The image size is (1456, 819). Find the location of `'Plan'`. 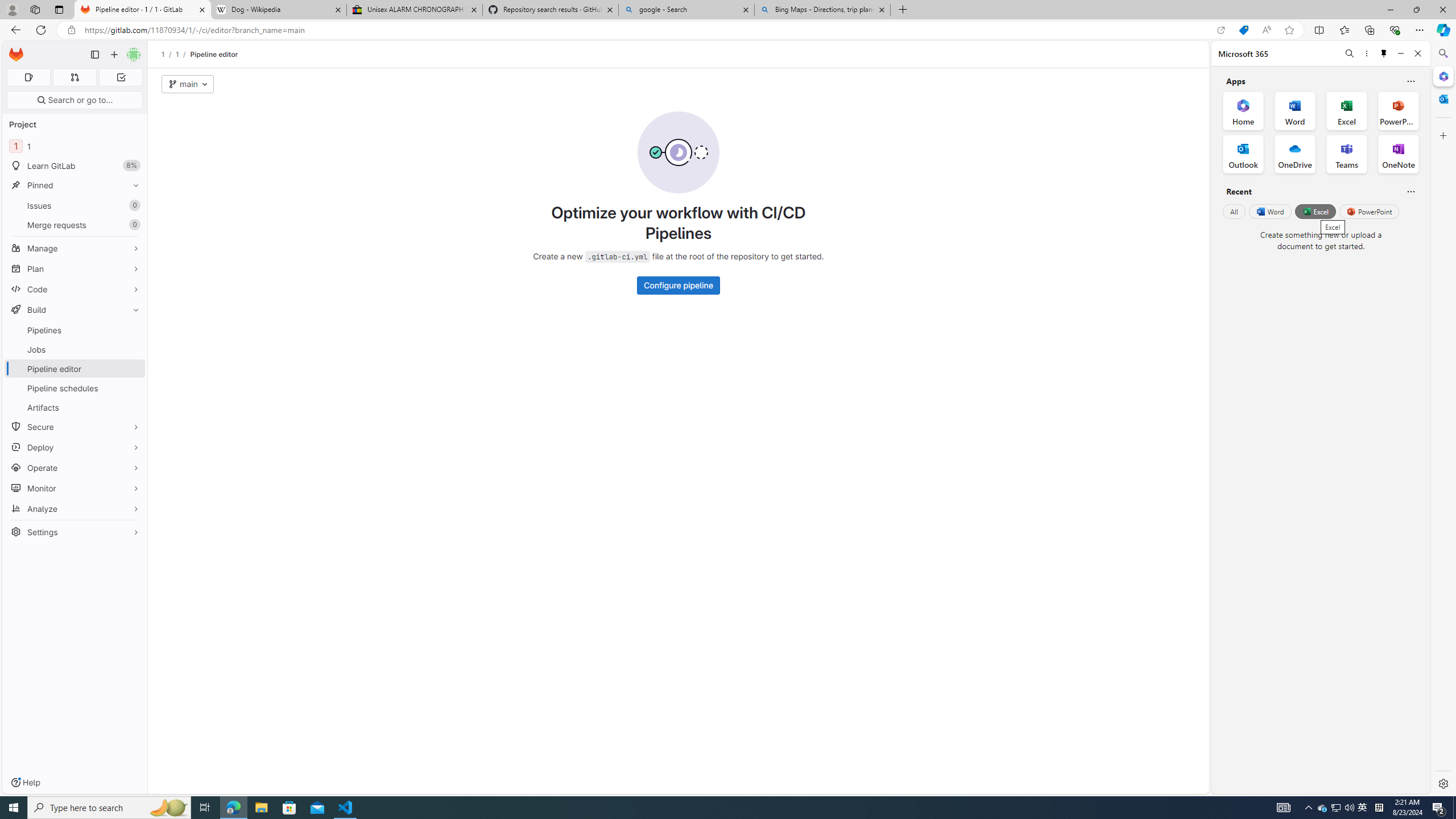

'Plan' is located at coordinates (74, 268).